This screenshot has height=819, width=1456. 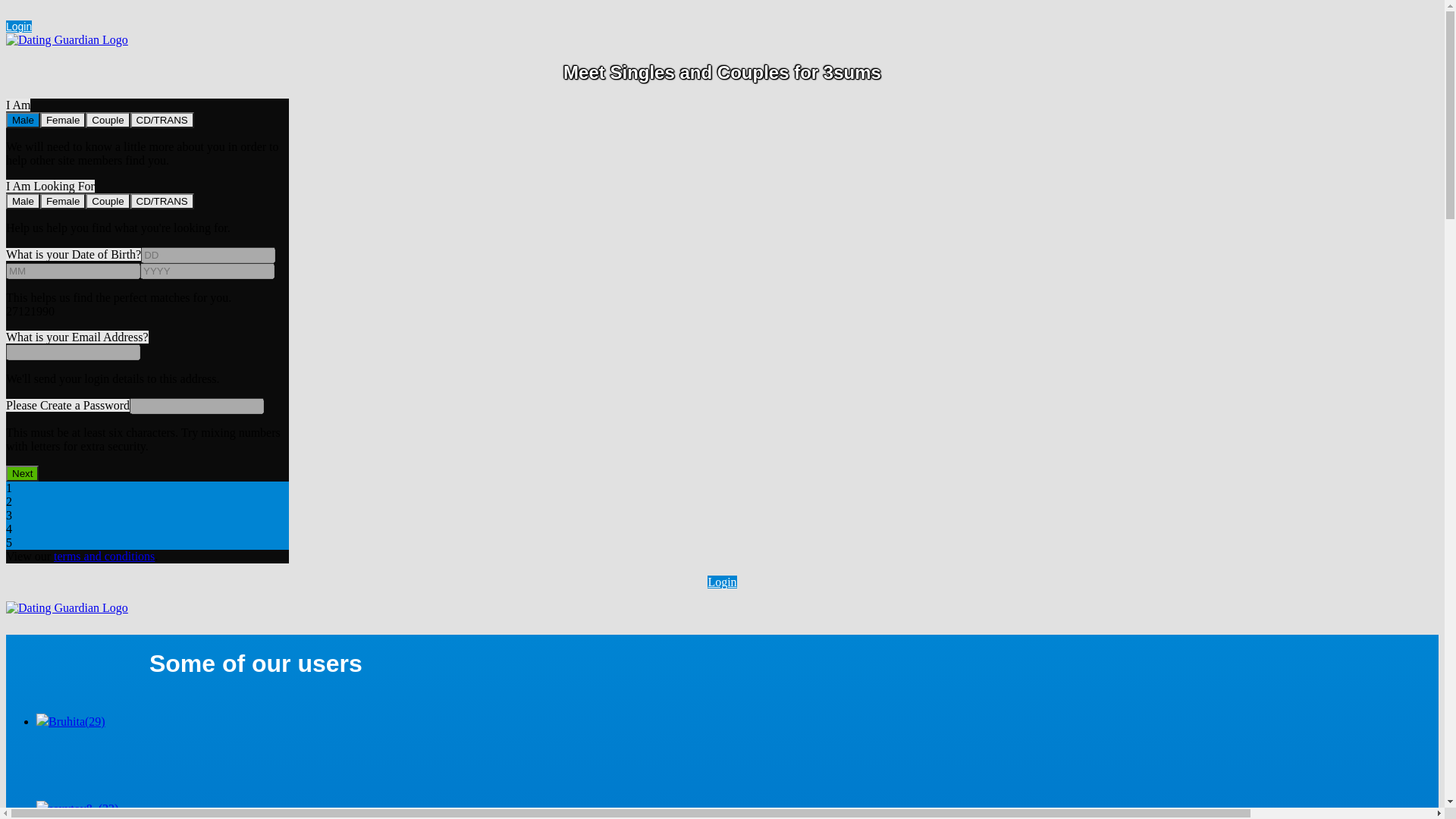 What do you see at coordinates (85, 119) in the screenshot?
I see `'Couple'` at bounding box center [85, 119].